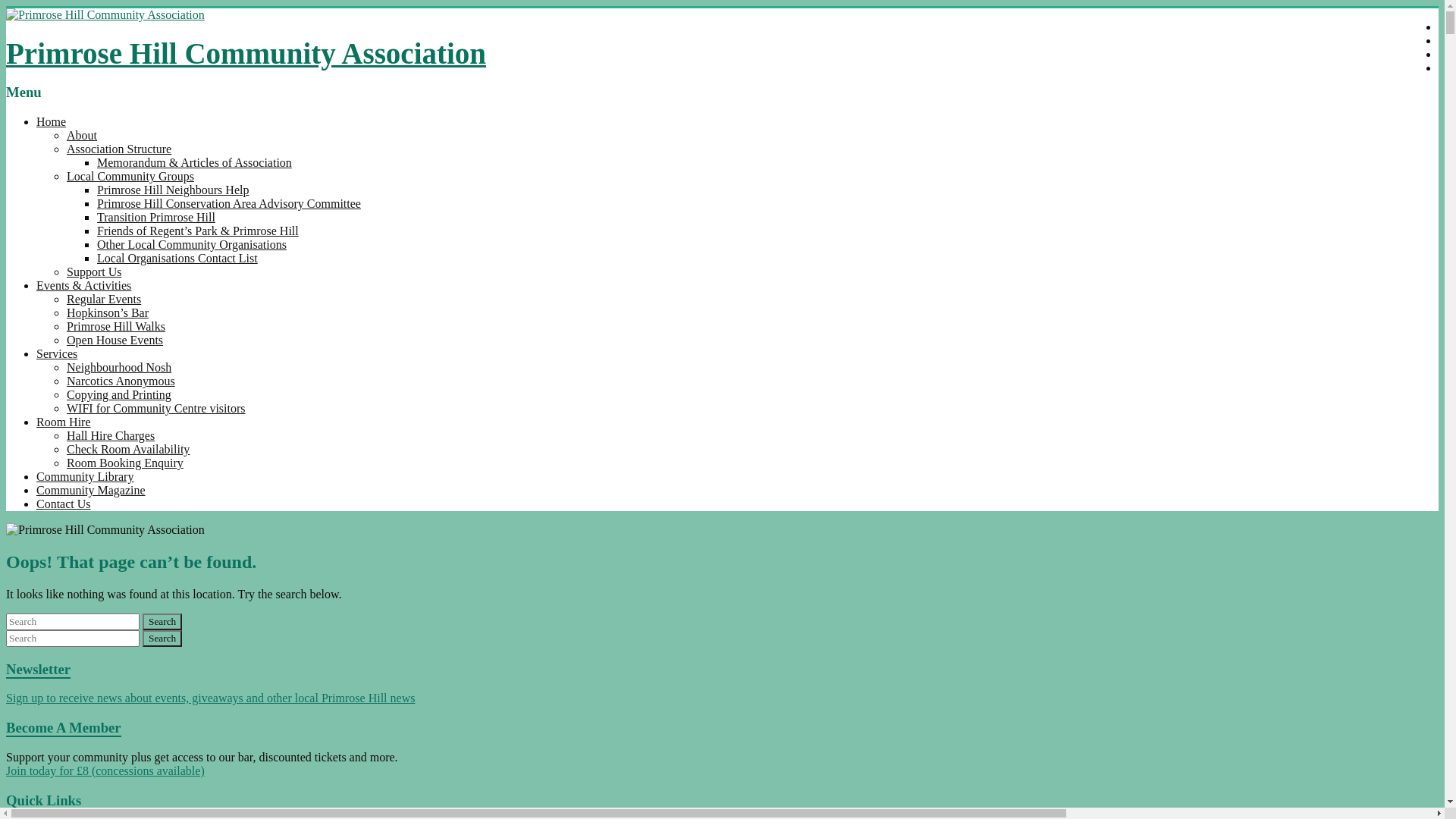  I want to click on 'Search', so click(162, 622).